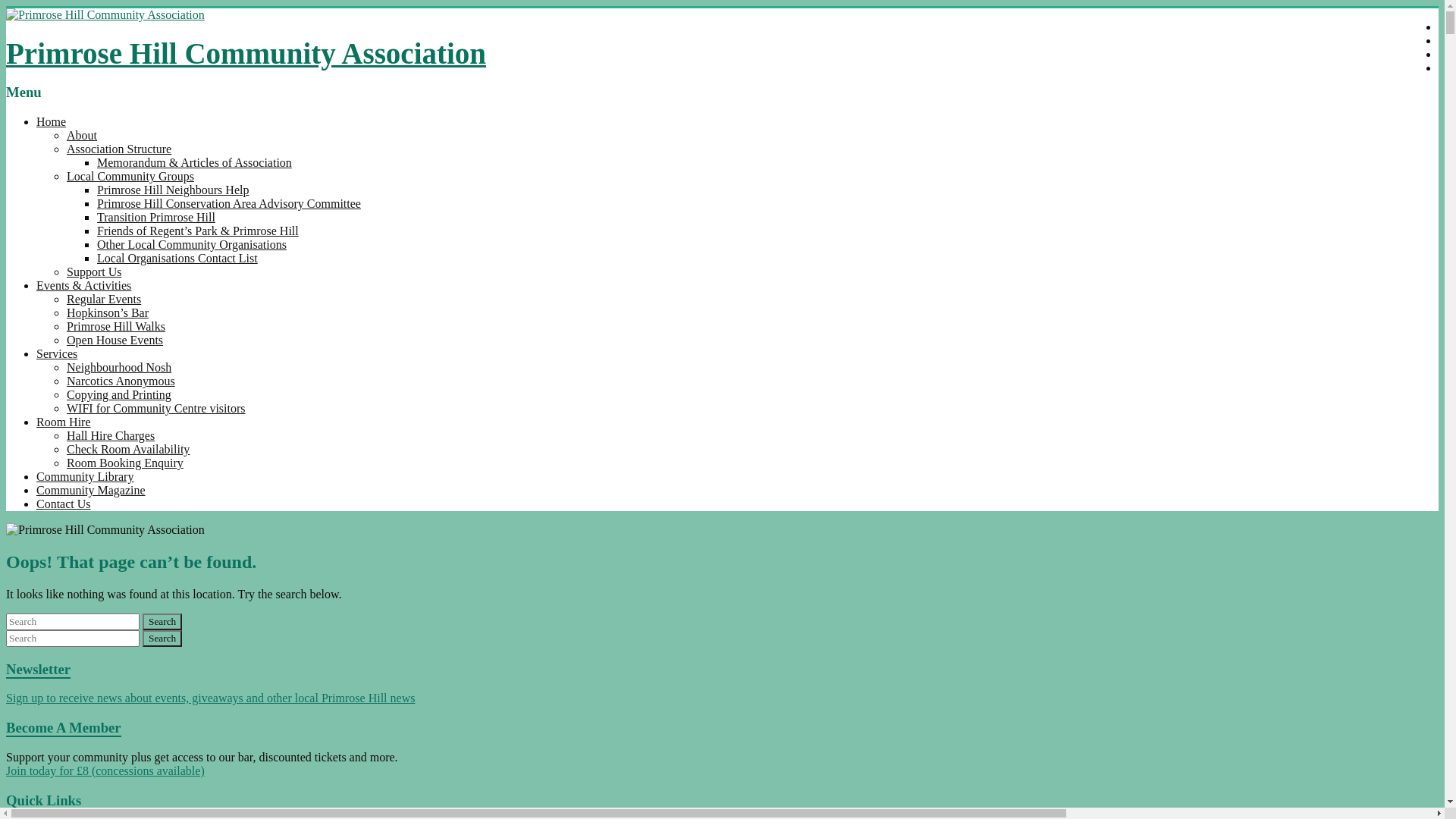  I want to click on 'Search', so click(162, 622).